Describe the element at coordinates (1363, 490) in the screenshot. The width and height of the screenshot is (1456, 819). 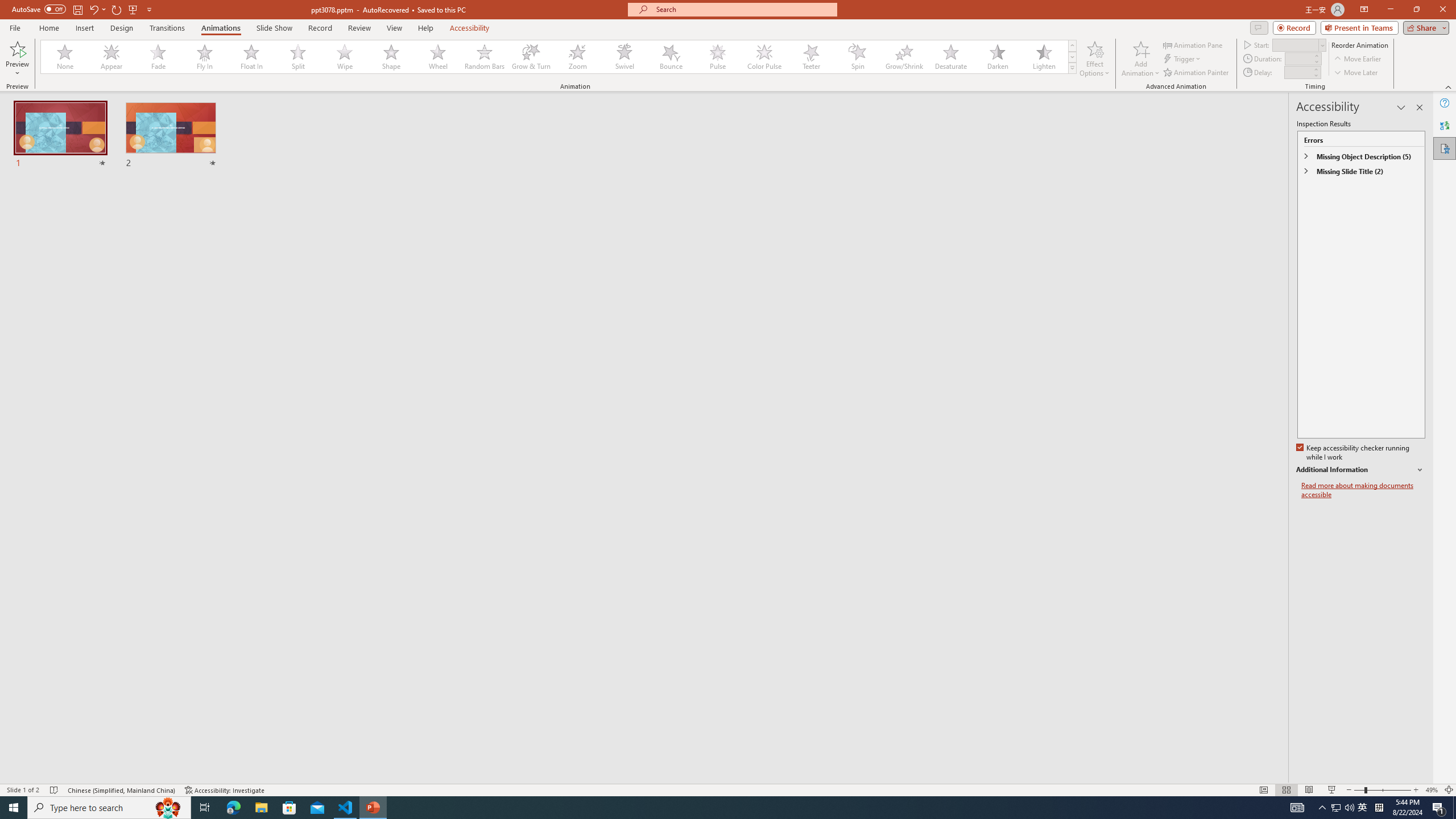
I see `'Read more about making documents accessible'` at that location.